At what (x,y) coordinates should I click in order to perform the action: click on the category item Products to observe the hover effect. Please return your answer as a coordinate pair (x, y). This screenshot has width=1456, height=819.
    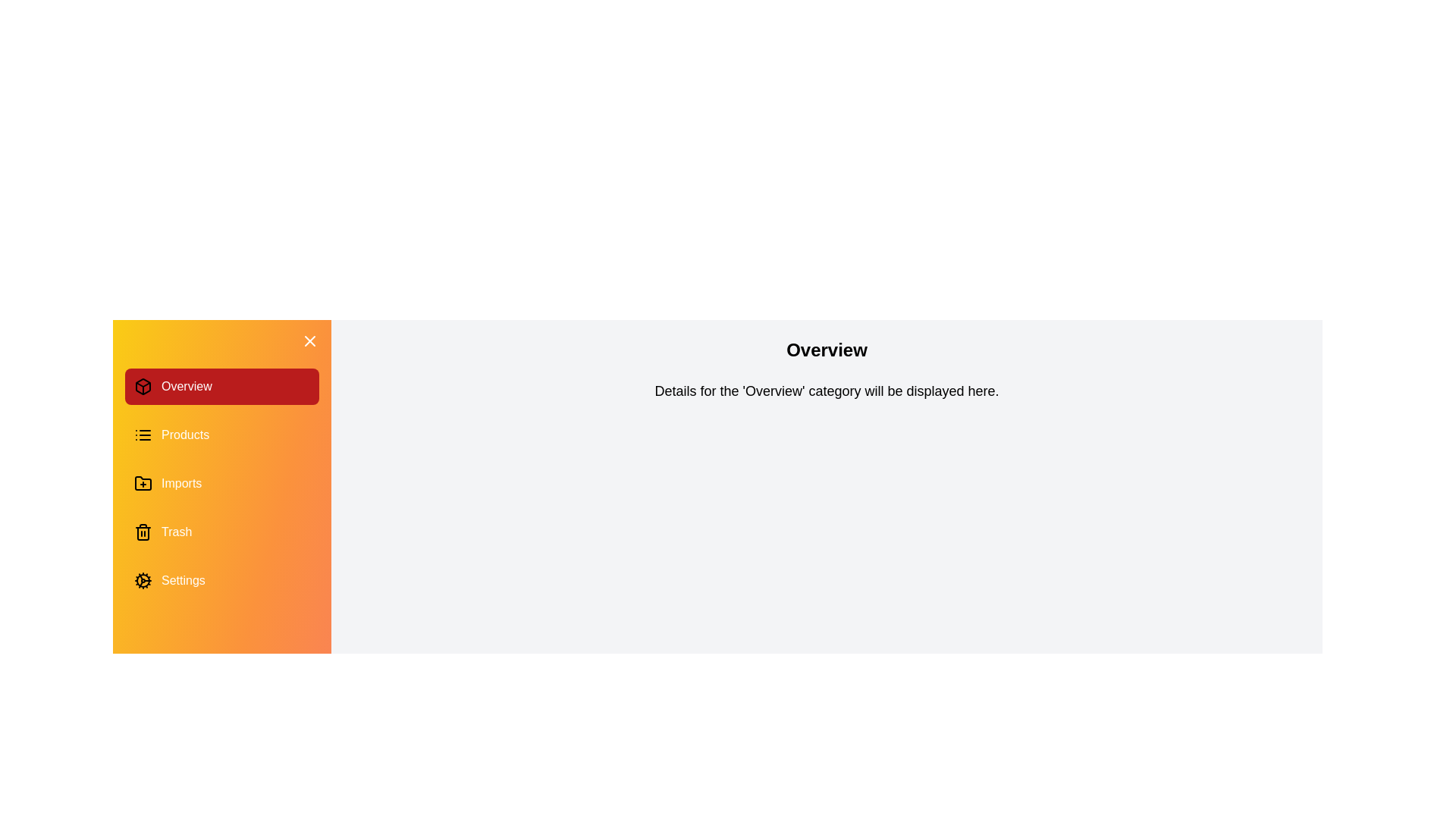
    Looking at the image, I should click on (221, 435).